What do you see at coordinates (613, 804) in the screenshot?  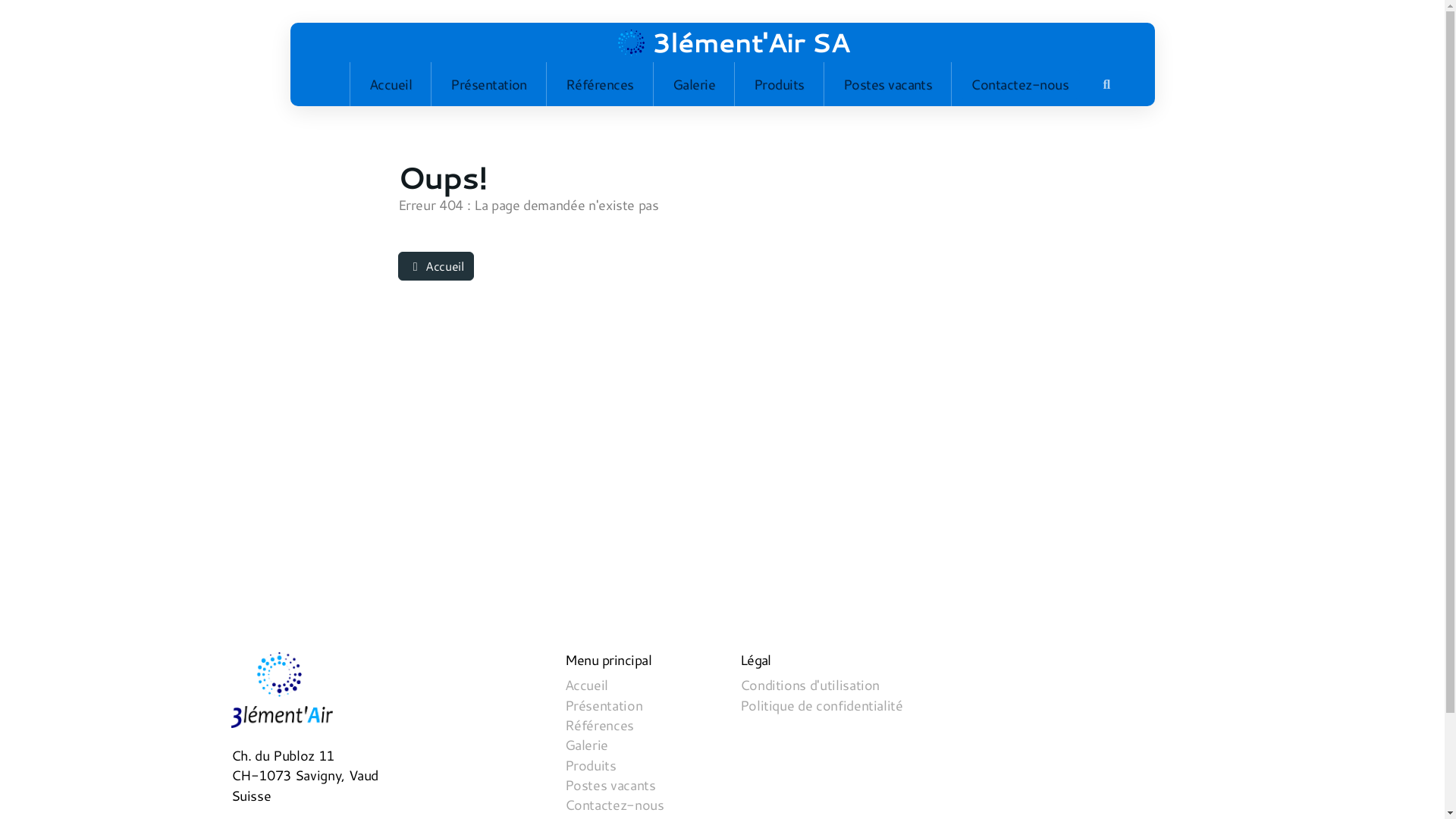 I see `'Contactez-nous'` at bounding box center [613, 804].